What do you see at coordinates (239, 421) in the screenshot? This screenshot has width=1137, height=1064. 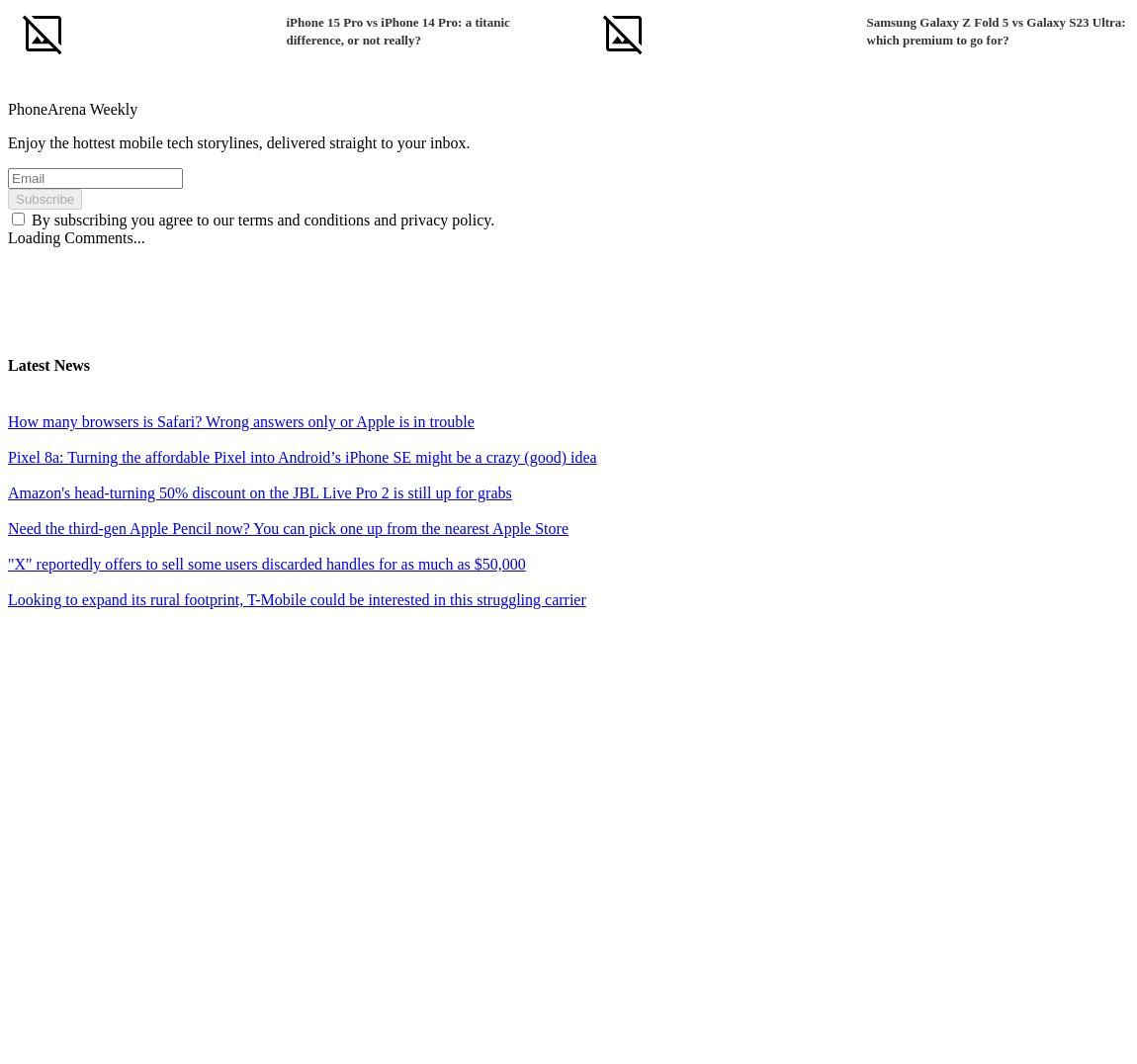 I see `'How many browsers is Safari? Wrong answers only or Apple is in trouble'` at bounding box center [239, 421].